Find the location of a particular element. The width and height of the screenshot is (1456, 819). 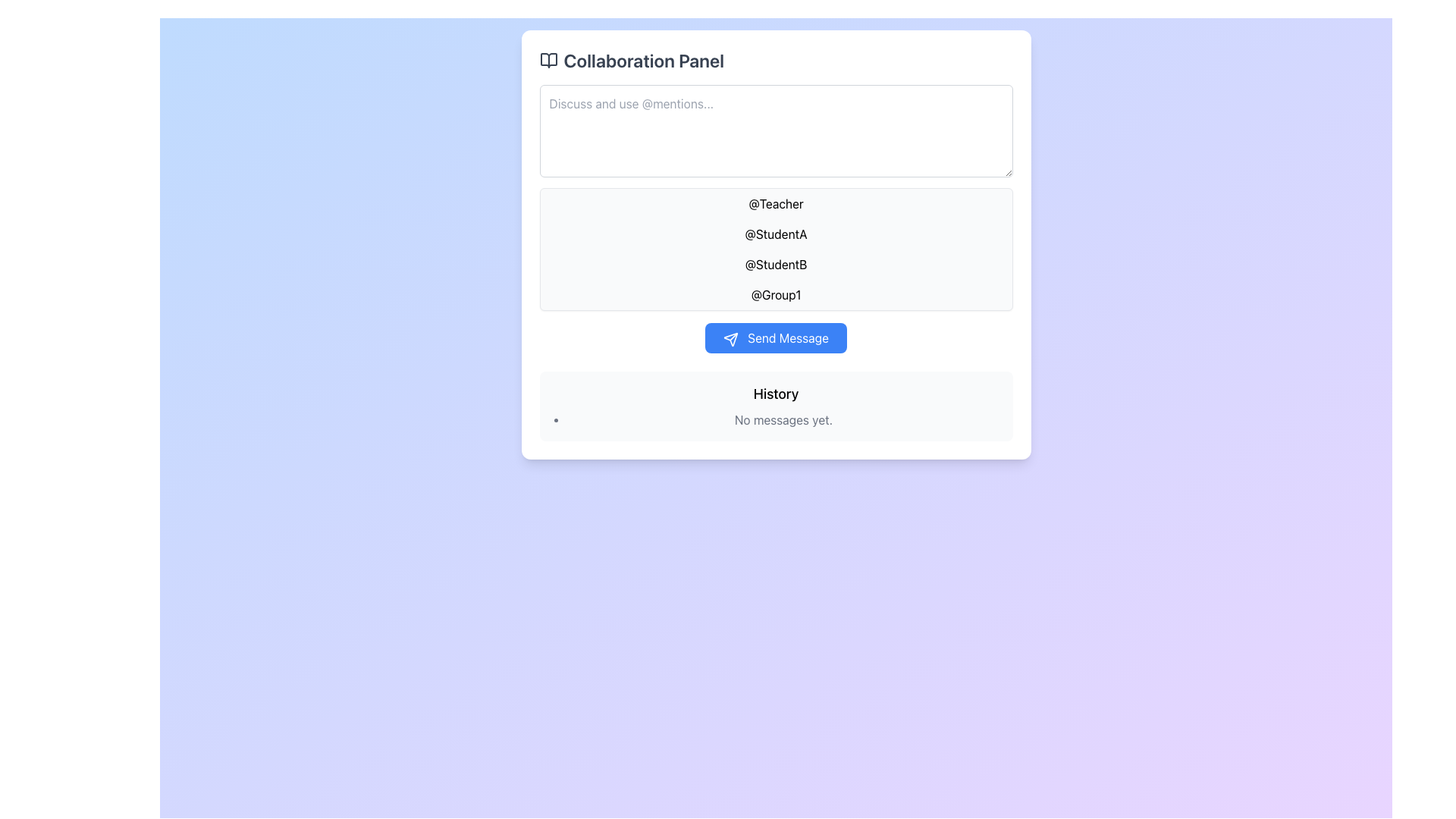

placeholder text indicating the absence of messages located below the main collaboration panel in the history section of the interface is located at coordinates (776, 420).